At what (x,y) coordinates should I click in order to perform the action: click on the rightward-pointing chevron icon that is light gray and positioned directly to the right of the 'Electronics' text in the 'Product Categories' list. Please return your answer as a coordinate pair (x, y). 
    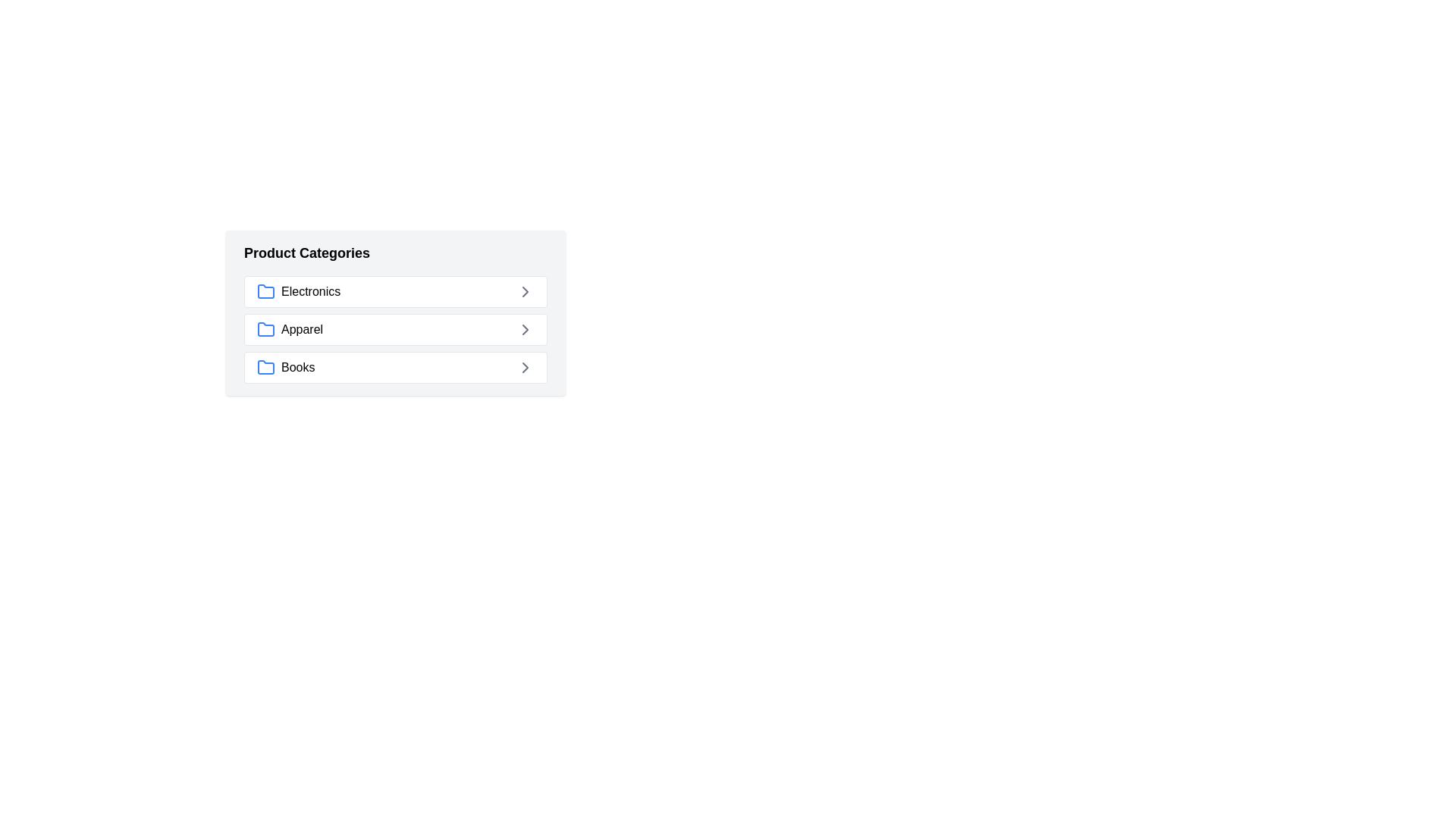
    Looking at the image, I should click on (525, 292).